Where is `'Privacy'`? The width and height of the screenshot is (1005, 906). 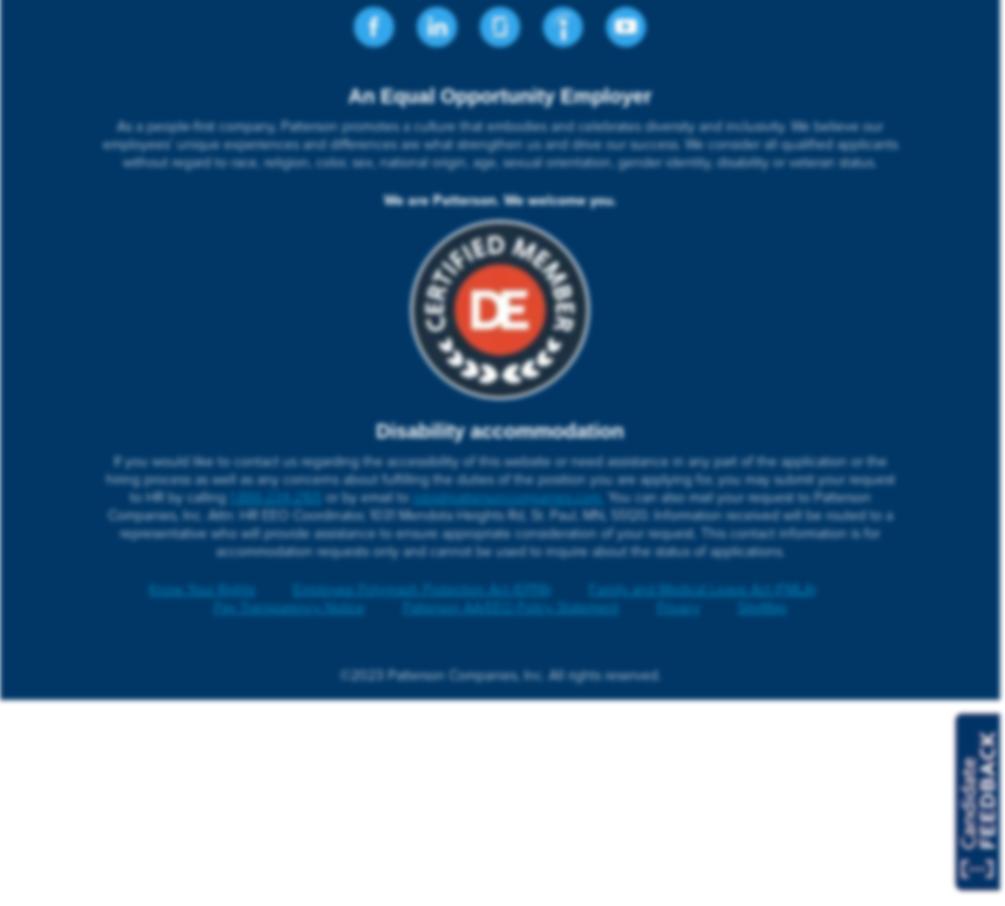 'Privacy' is located at coordinates (654, 607).